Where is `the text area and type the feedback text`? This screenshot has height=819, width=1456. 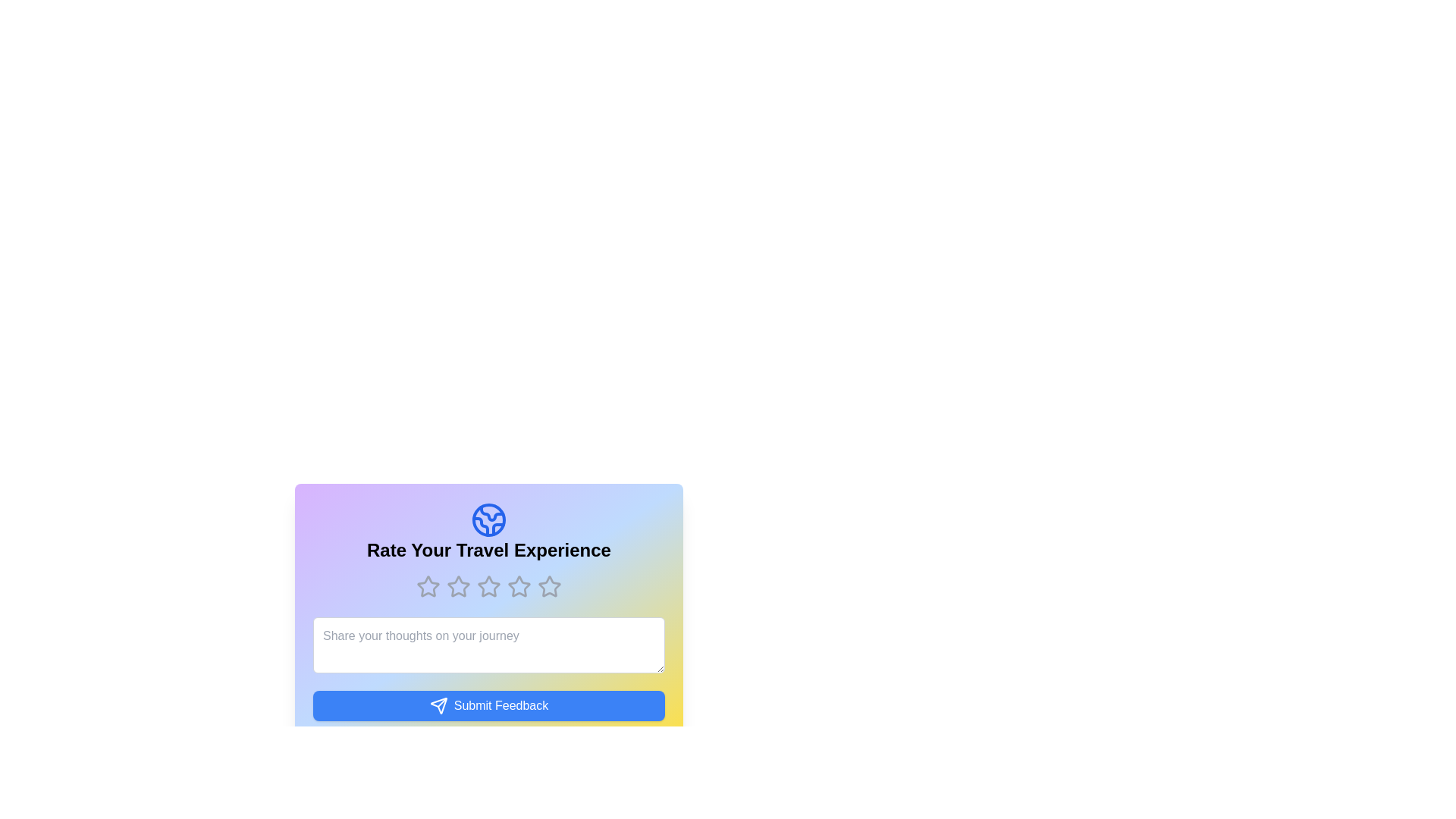 the text area and type the feedback text is located at coordinates (488, 645).